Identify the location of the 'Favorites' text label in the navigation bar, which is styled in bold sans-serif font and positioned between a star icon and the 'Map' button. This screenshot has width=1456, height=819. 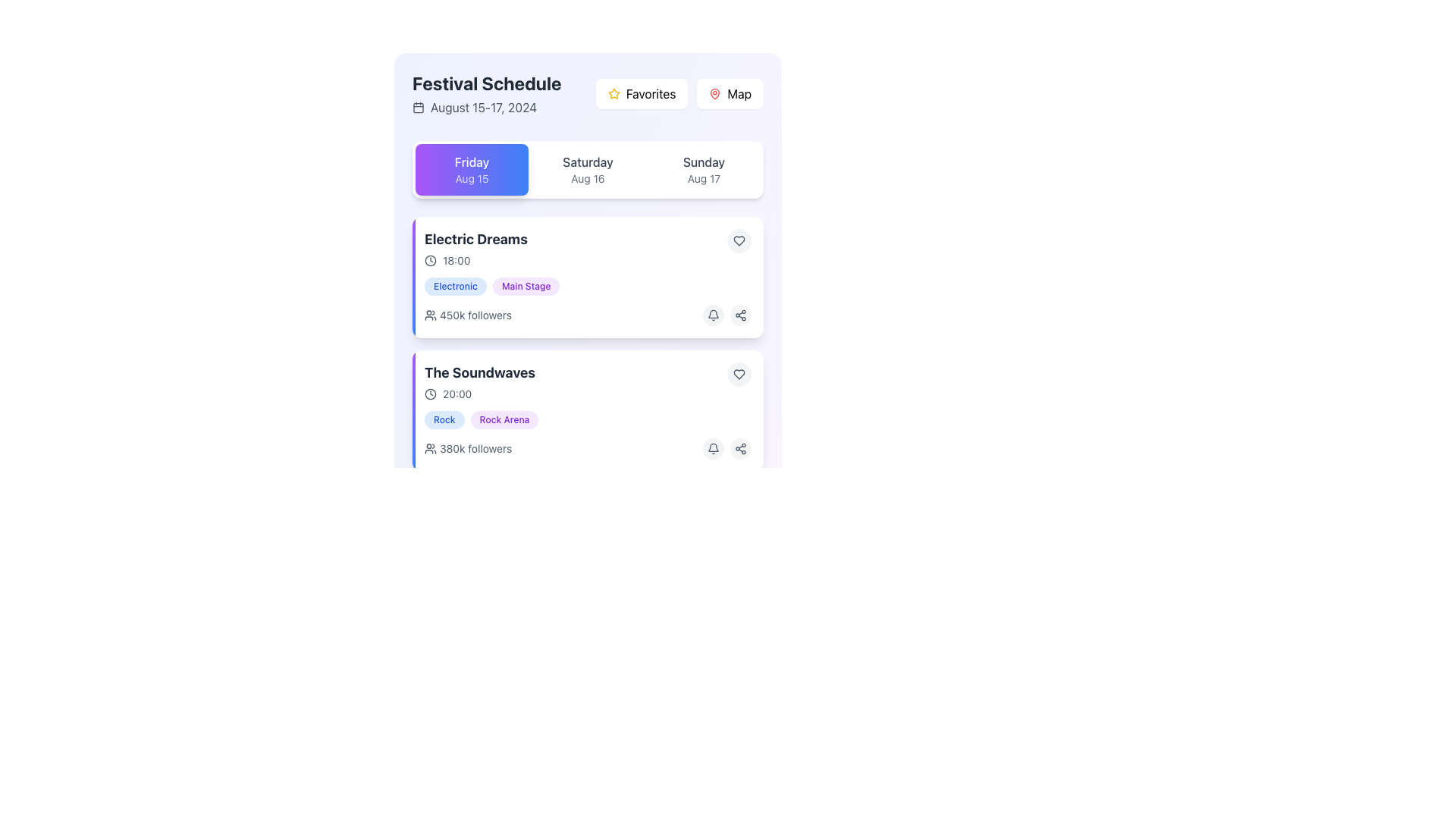
(651, 93).